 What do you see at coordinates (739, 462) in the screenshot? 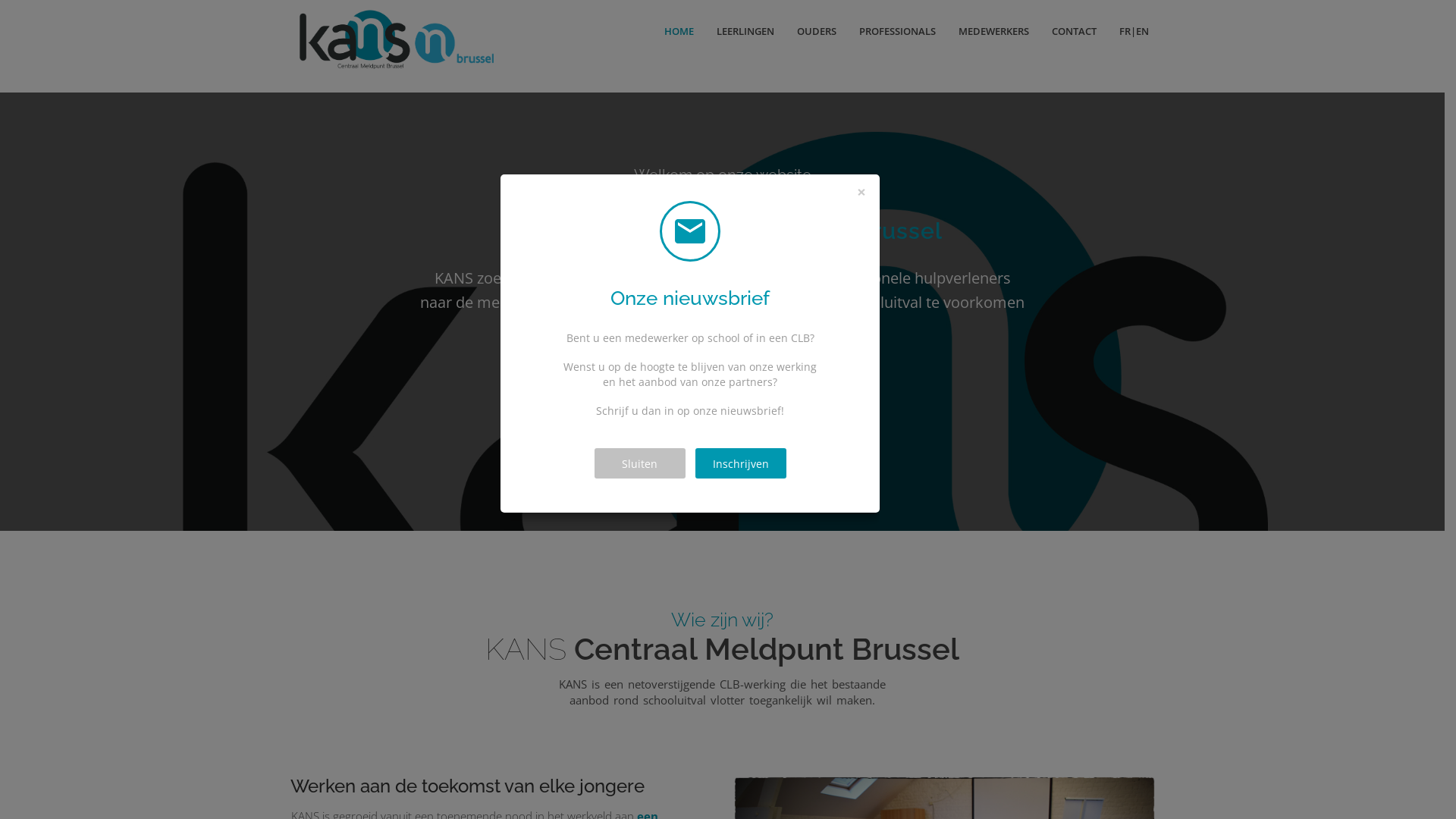
I see `'Inschrijven'` at bounding box center [739, 462].